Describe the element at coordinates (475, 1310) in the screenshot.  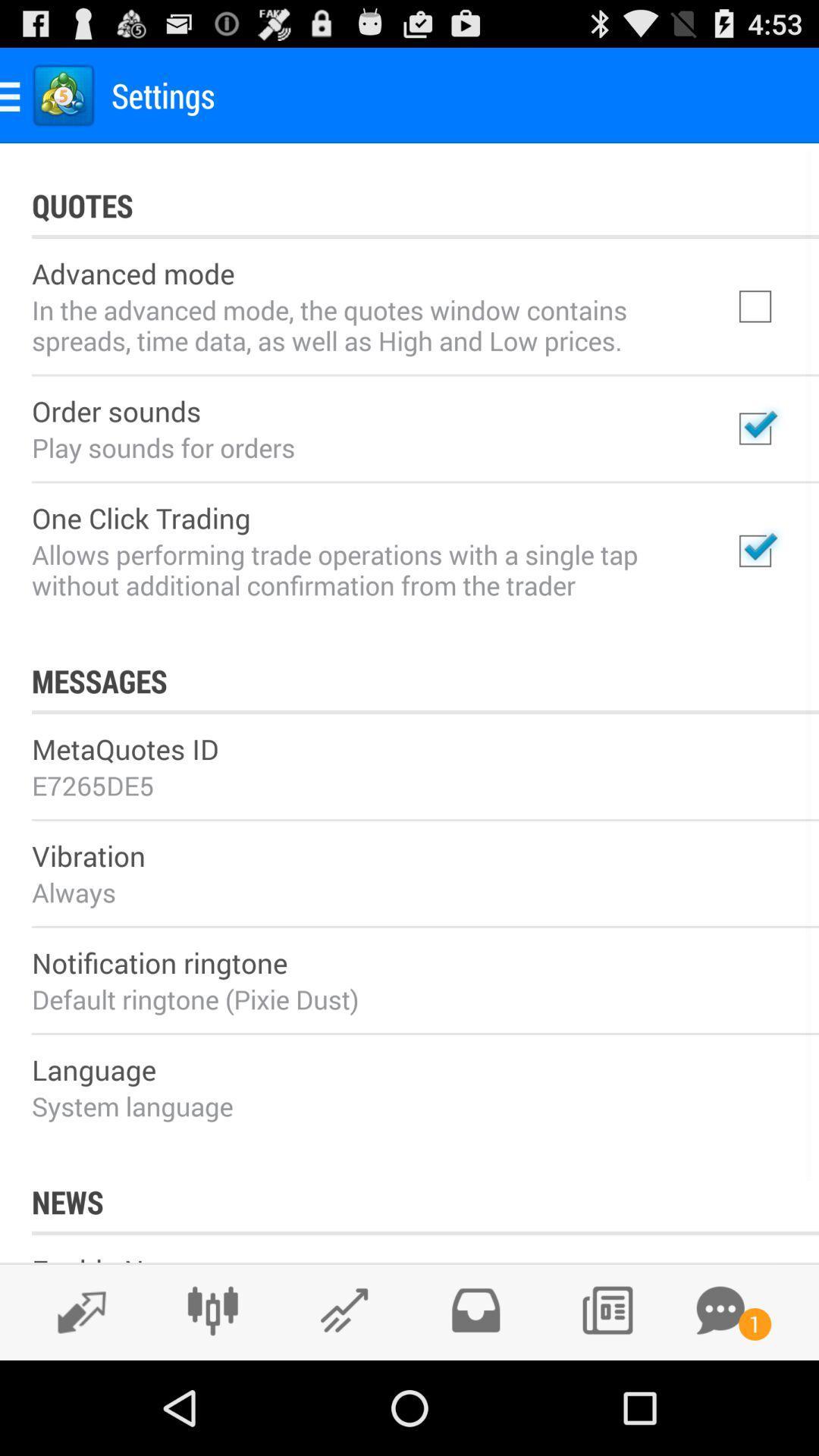
I see `file away for later` at that location.